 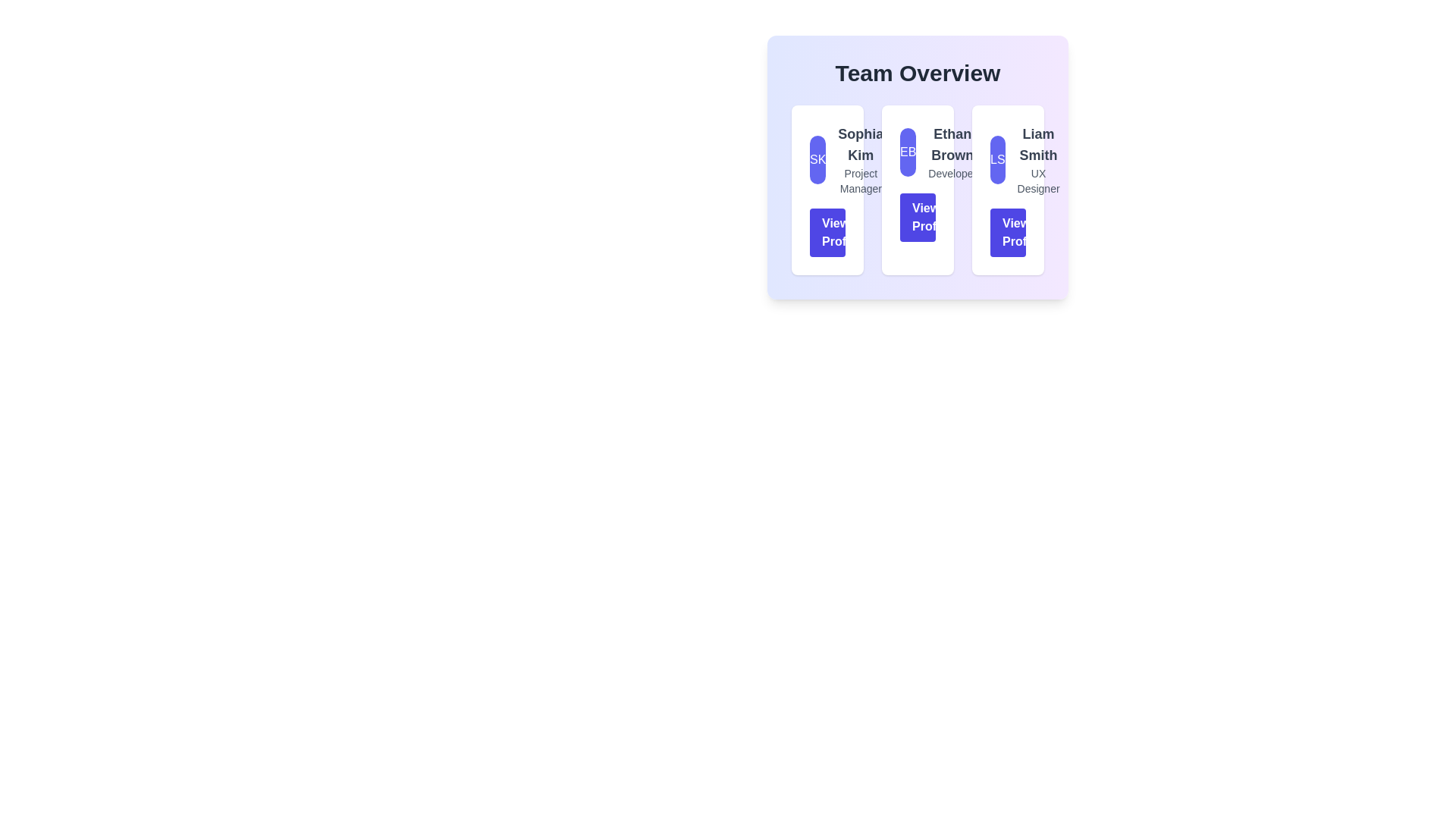 What do you see at coordinates (861, 160) in the screenshot?
I see `text from the Text Display element which shows 'Sophia Kim' and 'Project Manager', centrally aligned in a light-themed card` at bounding box center [861, 160].